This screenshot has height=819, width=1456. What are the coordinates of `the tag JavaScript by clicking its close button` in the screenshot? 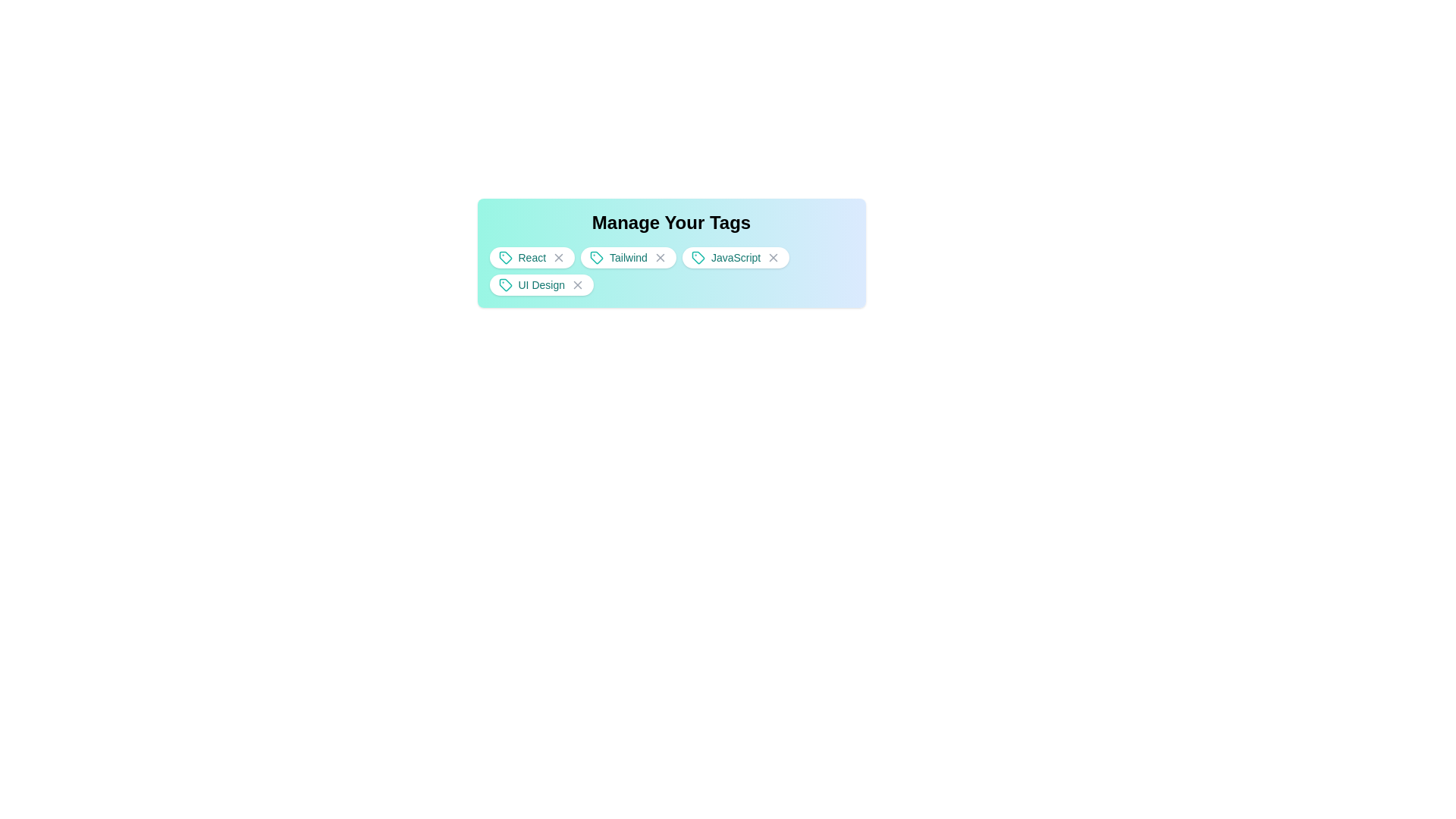 It's located at (773, 256).